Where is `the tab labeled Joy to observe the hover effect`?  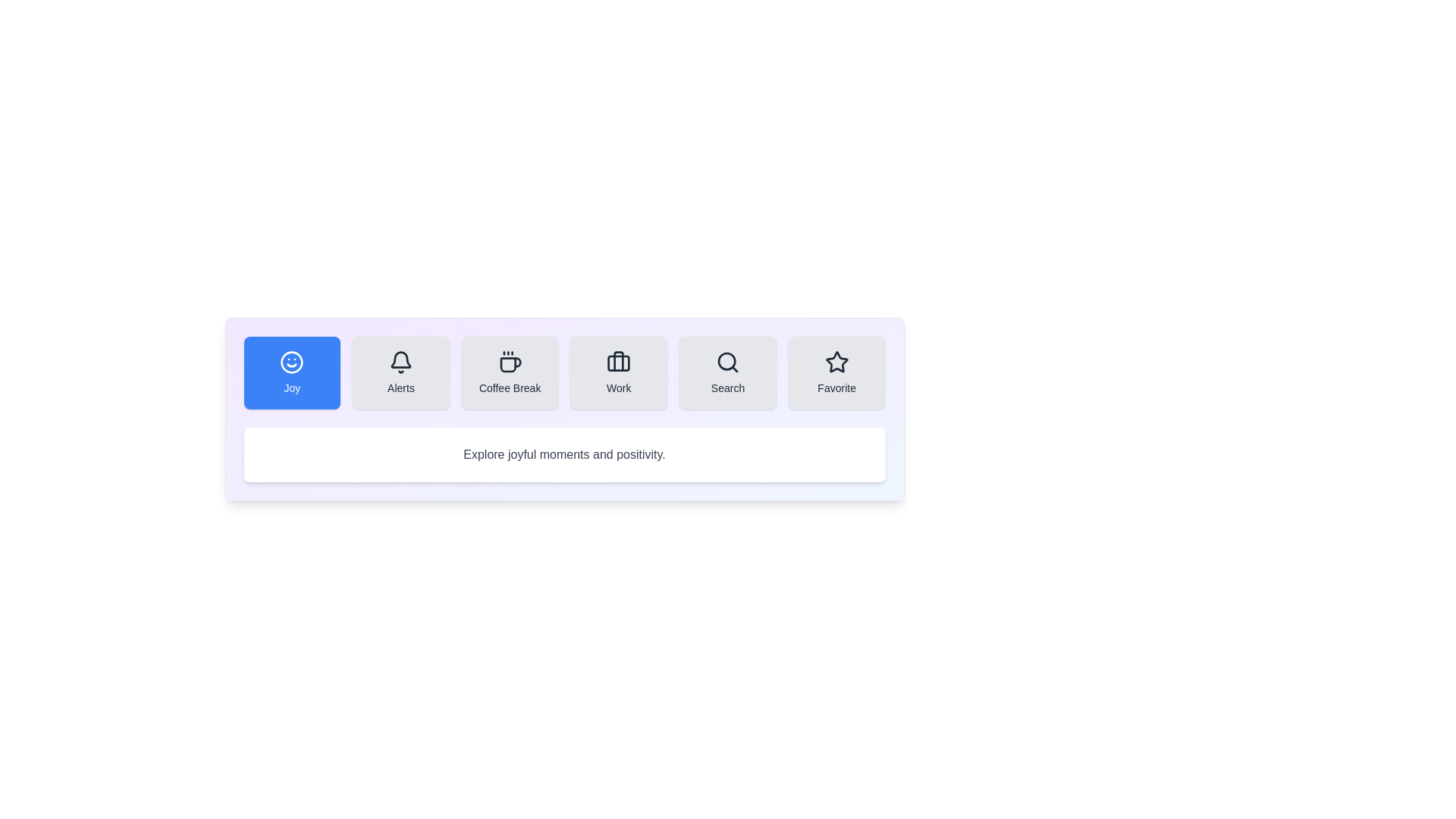
the tab labeled Joy to observe the hover effect is located at coordinates (291, 373).